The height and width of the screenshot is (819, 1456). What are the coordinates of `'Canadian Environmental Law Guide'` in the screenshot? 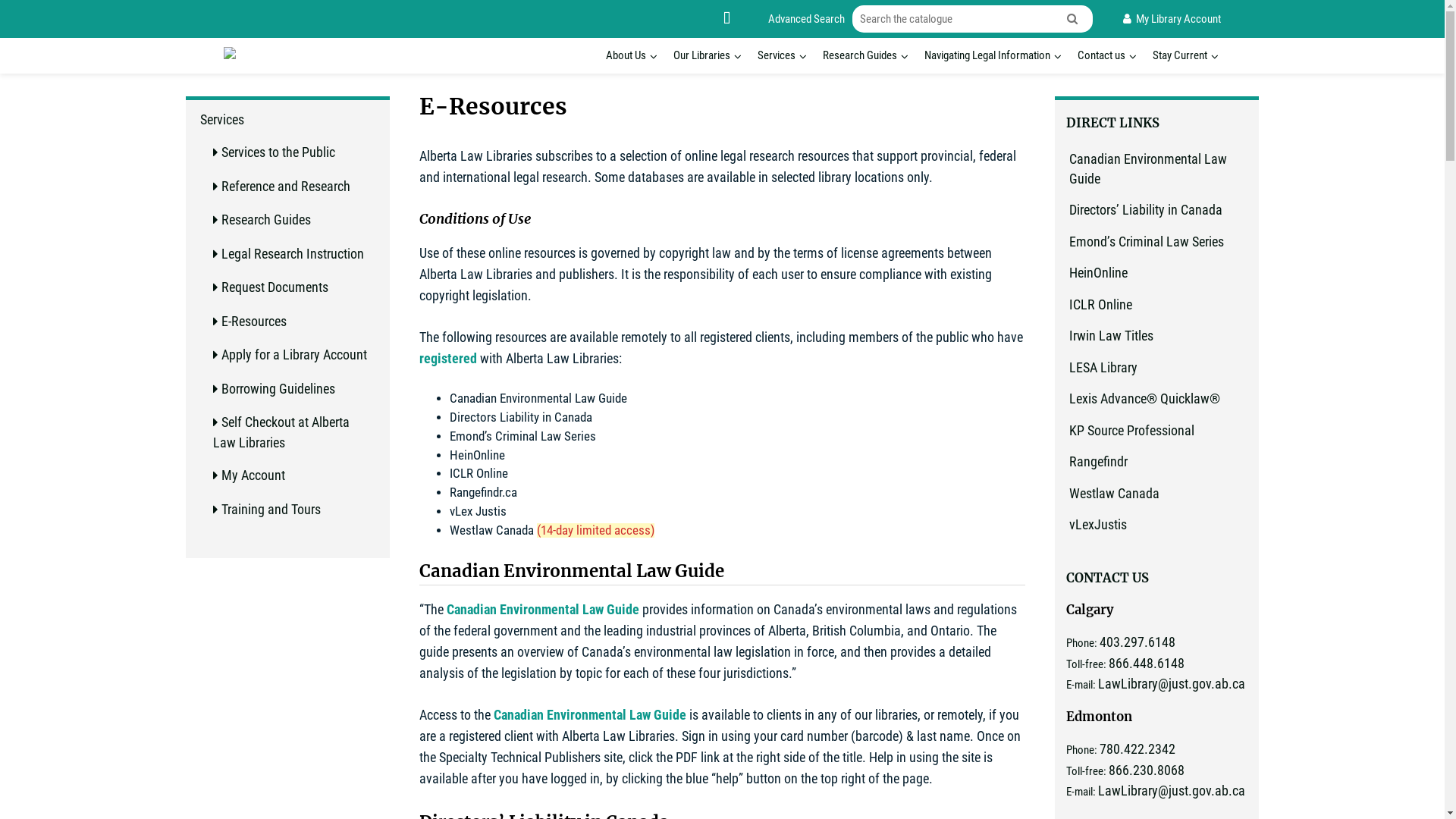 It's located at (542, 610).